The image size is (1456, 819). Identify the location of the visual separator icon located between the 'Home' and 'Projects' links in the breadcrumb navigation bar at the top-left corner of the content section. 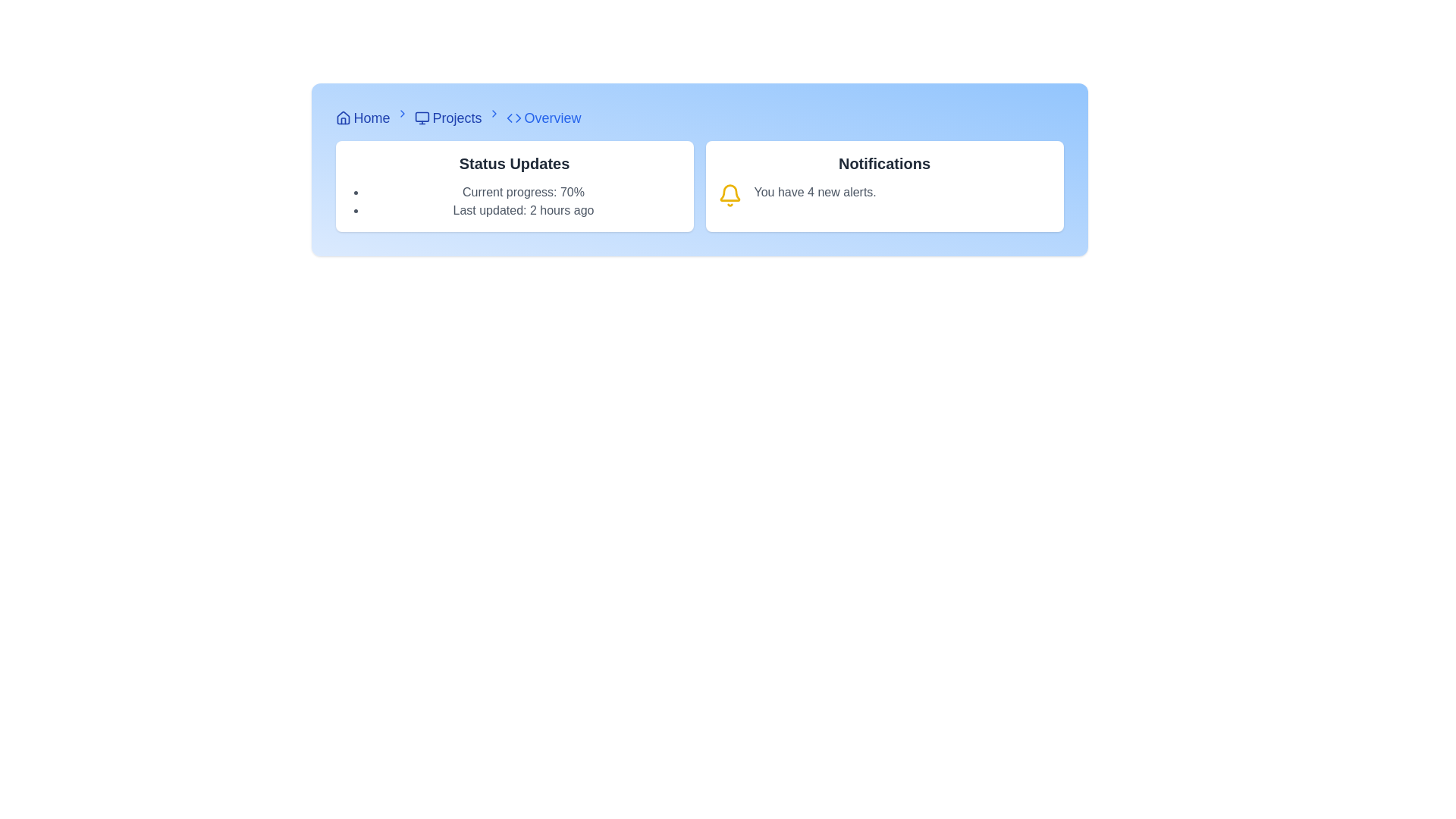
(402, 113).